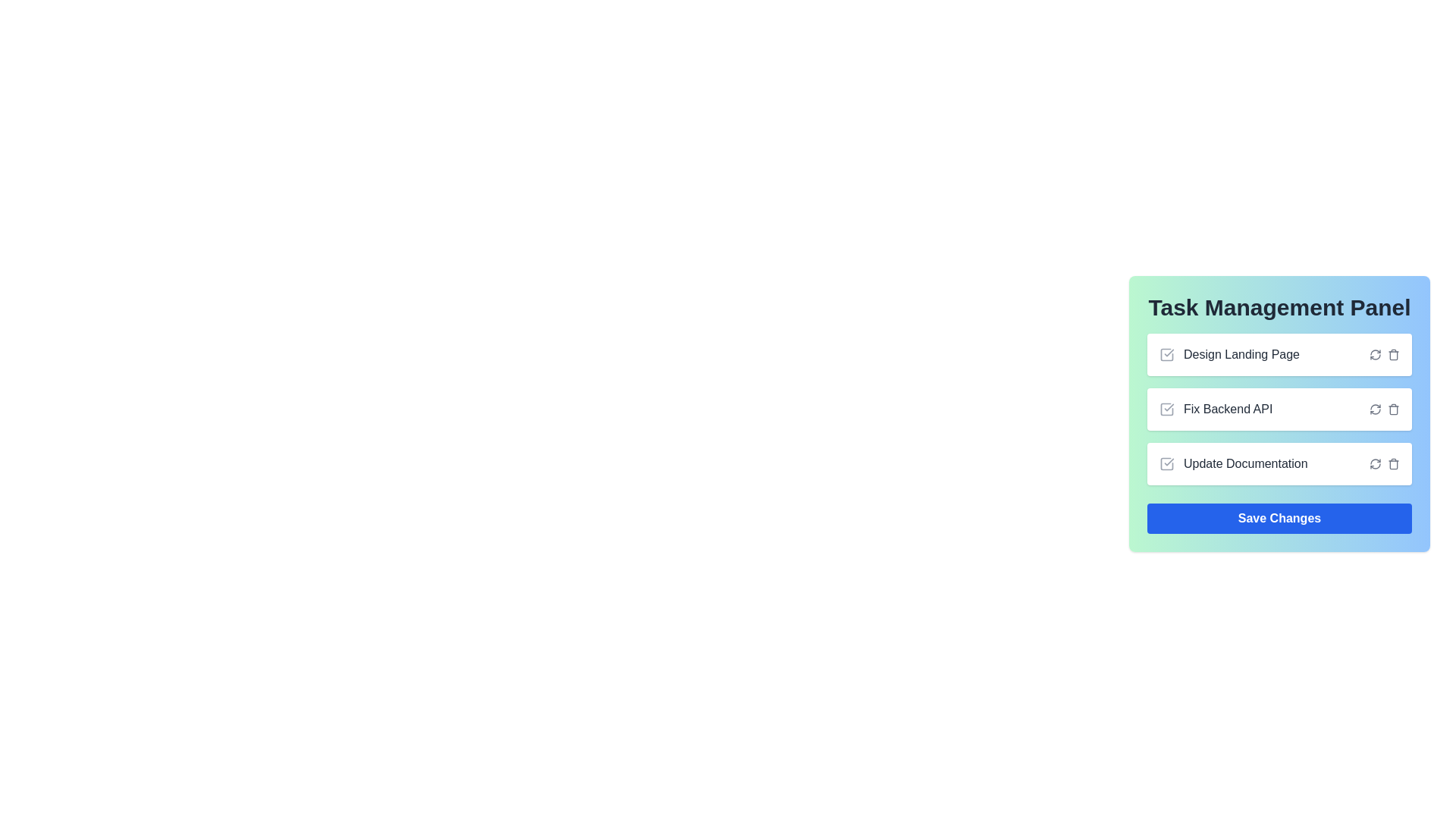 The height and width of the screenshot is (819, 1456). I want to click on the trash can icon button in the Task Management Panel, so click(1394, 354).